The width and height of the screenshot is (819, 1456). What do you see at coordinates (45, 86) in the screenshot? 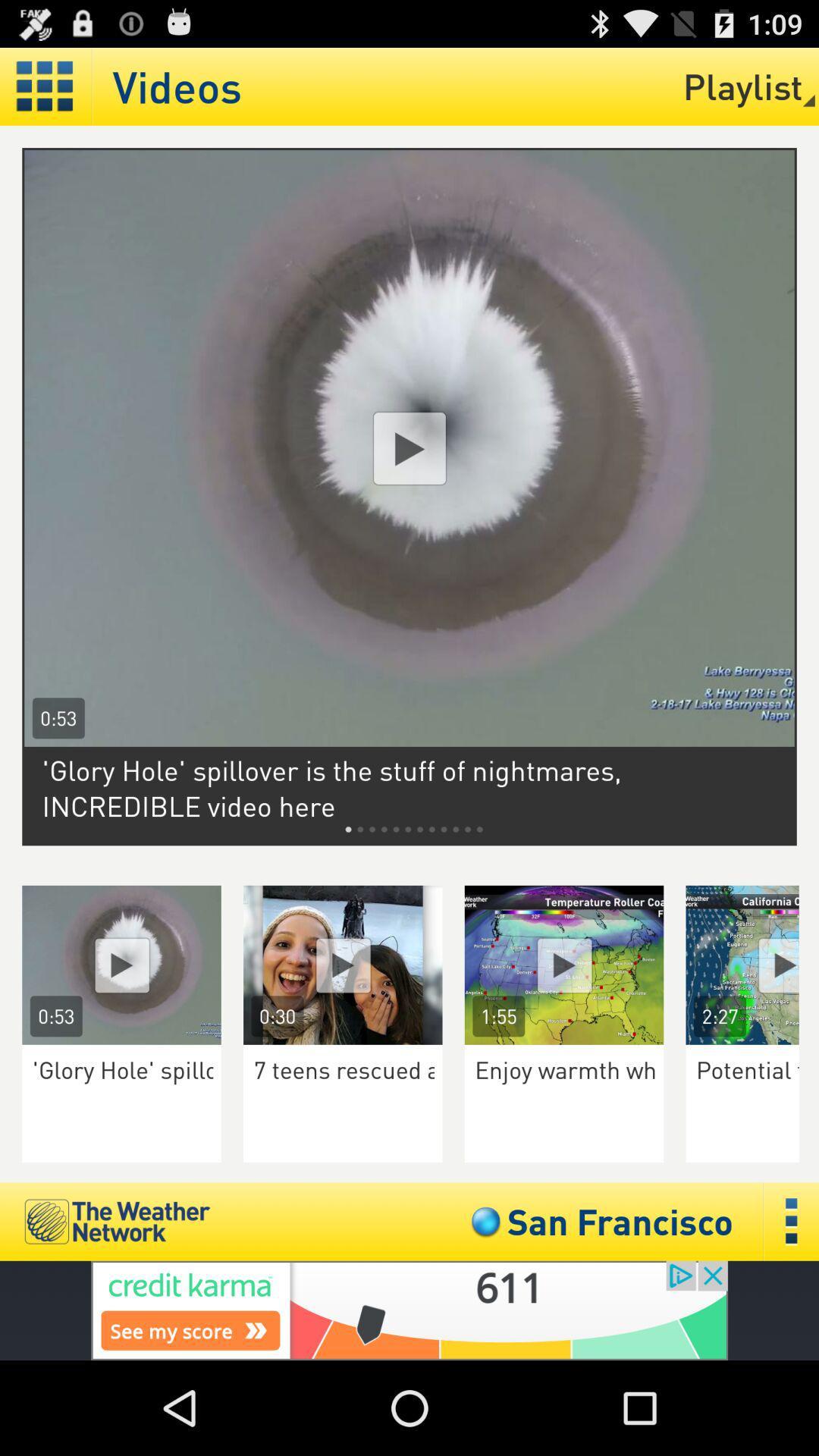
I see `setting button` at bounding box center [45, 86].